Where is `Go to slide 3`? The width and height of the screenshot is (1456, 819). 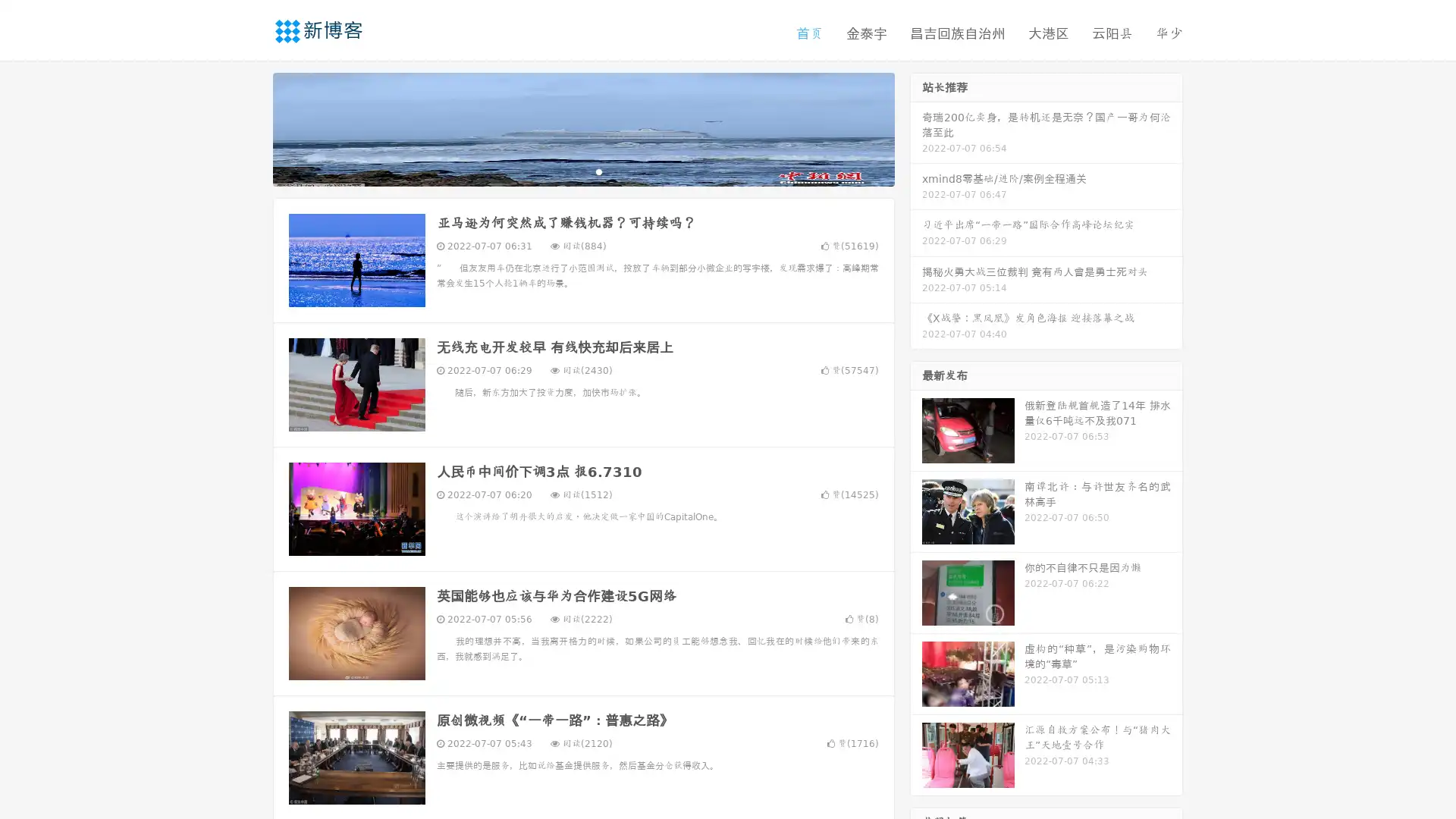 Go to slide 3 is located at coordinates (598, 171).